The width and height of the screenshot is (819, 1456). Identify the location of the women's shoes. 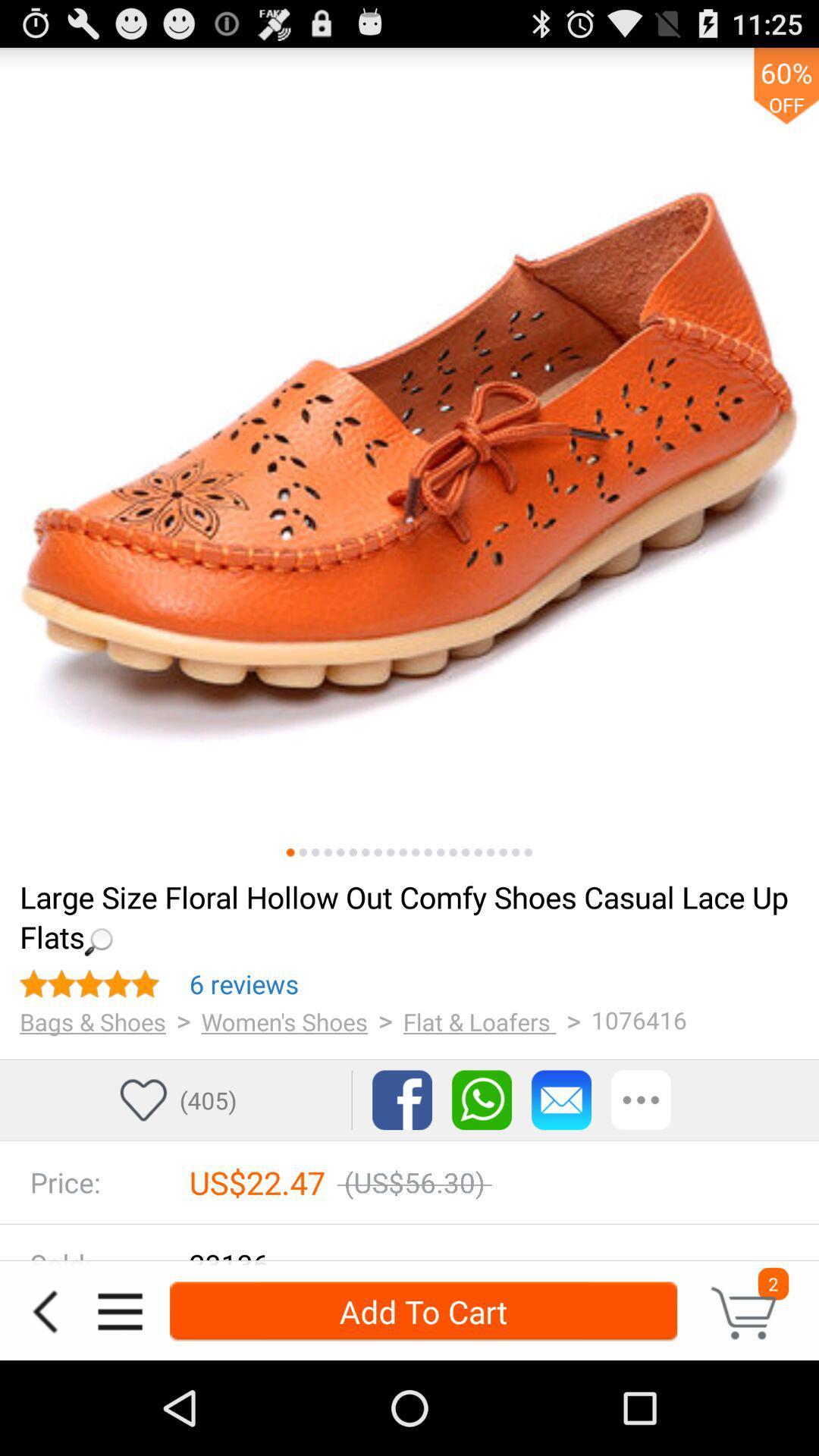
(284, 1021).